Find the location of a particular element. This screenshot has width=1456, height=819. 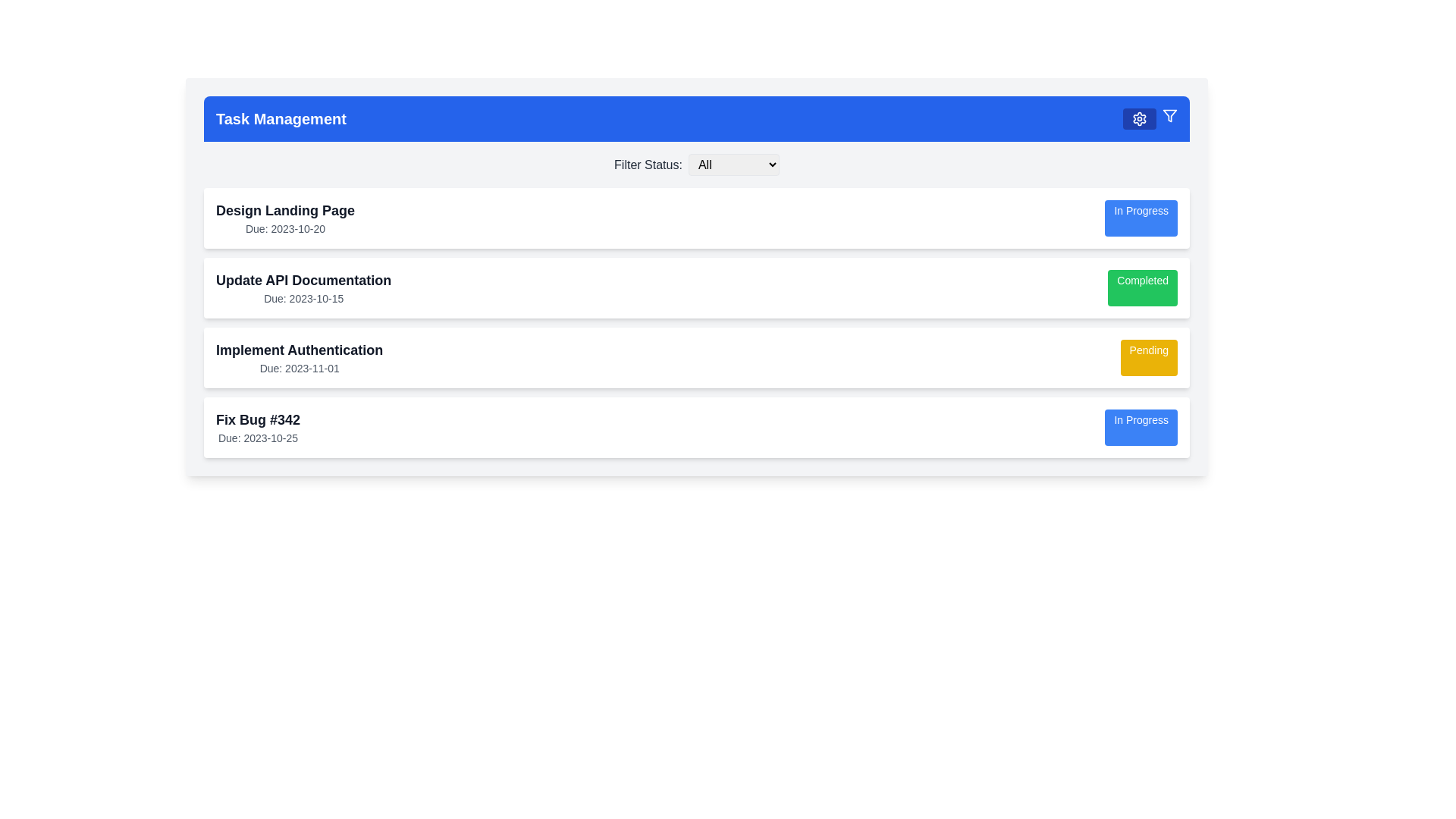

the filtering icon located at the top-right corner of the blue navigation bar is located at coordinates (1169, 115).